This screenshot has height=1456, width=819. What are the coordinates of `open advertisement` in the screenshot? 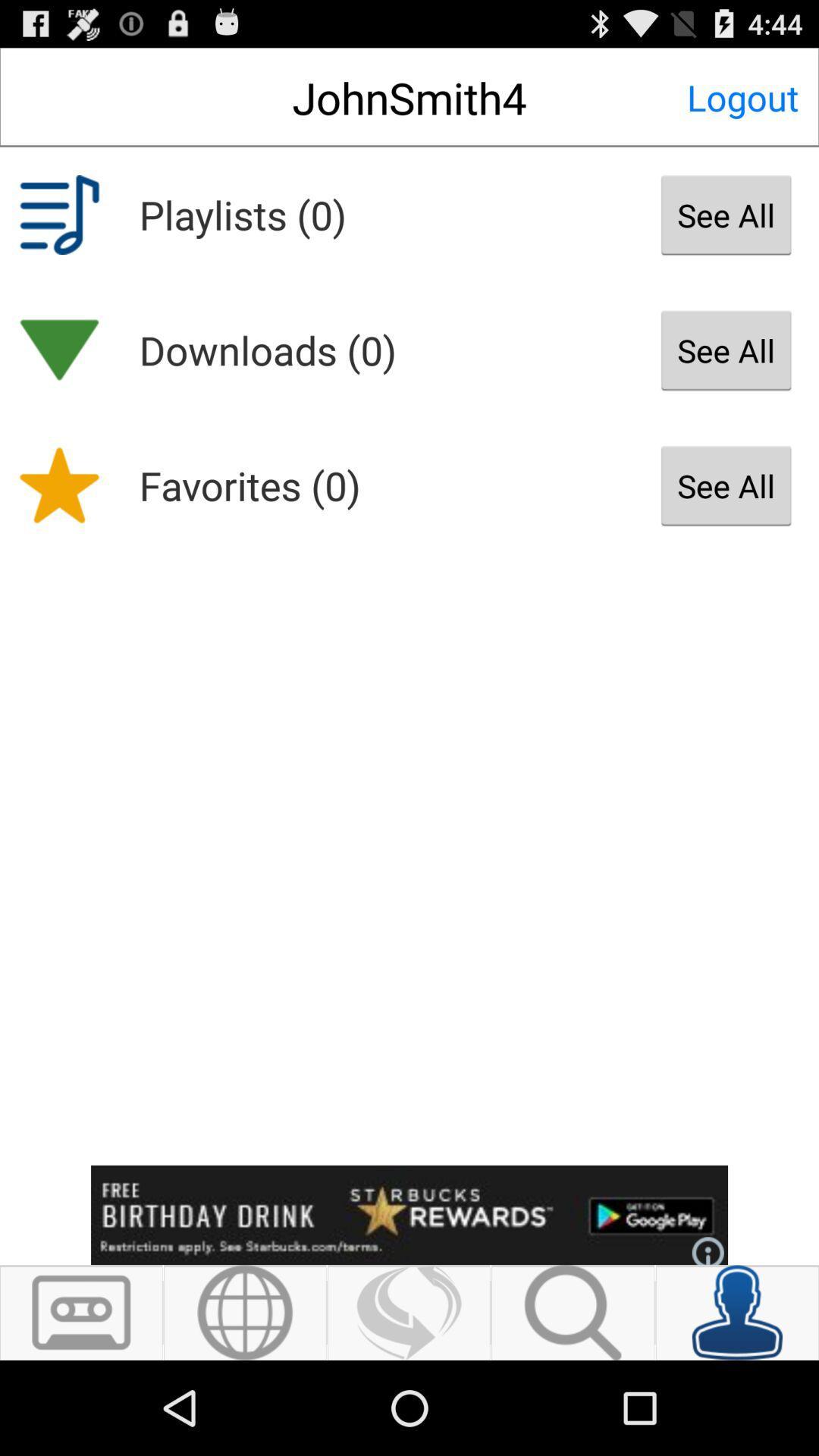 It's located at (409, 1215).